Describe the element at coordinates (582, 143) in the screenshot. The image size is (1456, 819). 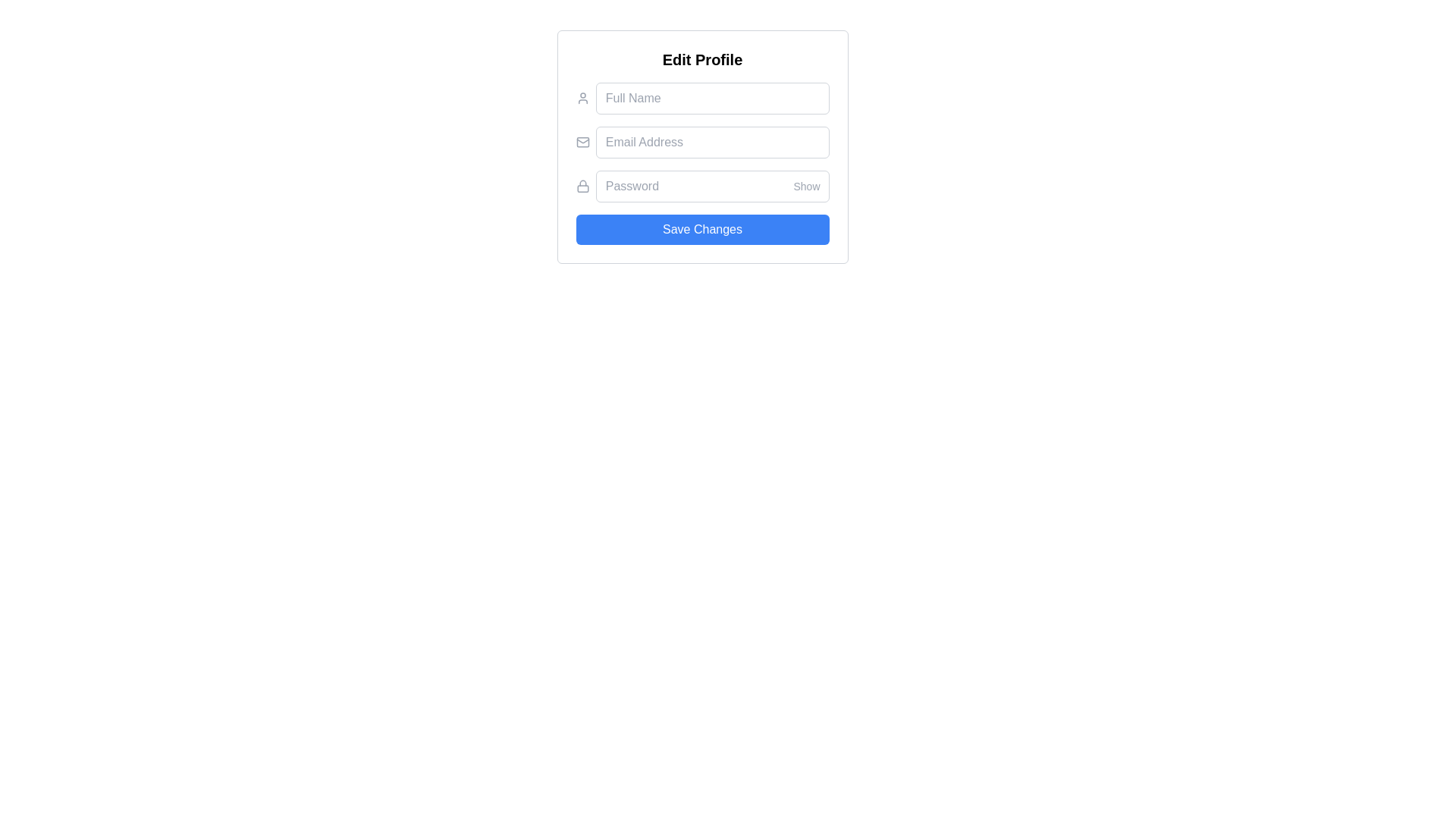
I see `the upper rectangular component of the email icon within the profile editing form, which has rounded corners and no visible color or content` at that location.